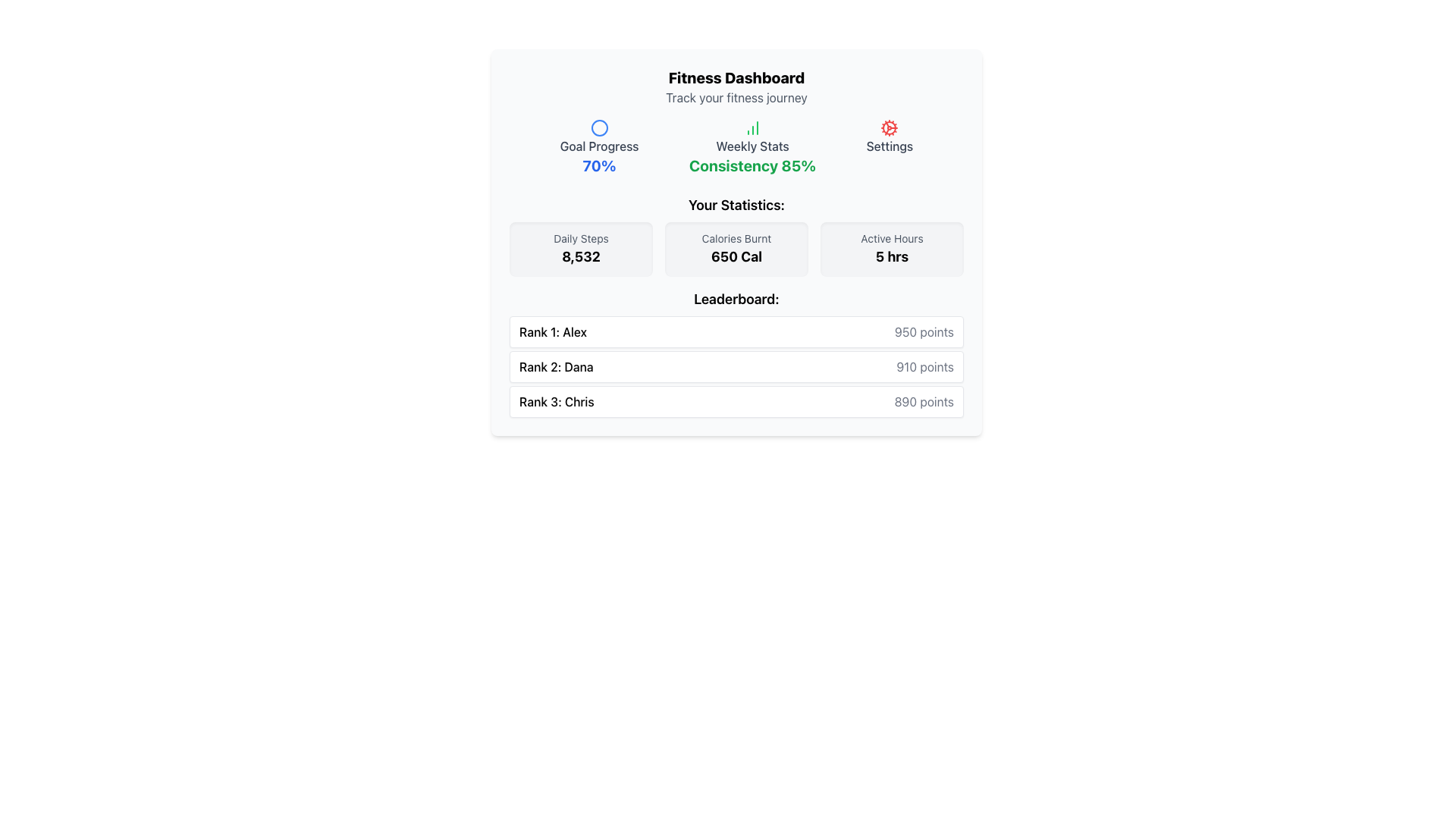 Image resolution: width=1456 pixels, height=819 pixels. I want to click on the Informational card displaying daily steps taken, which is the first card in the three-card grid layout under 'Your Statistics', so click(580, 248).